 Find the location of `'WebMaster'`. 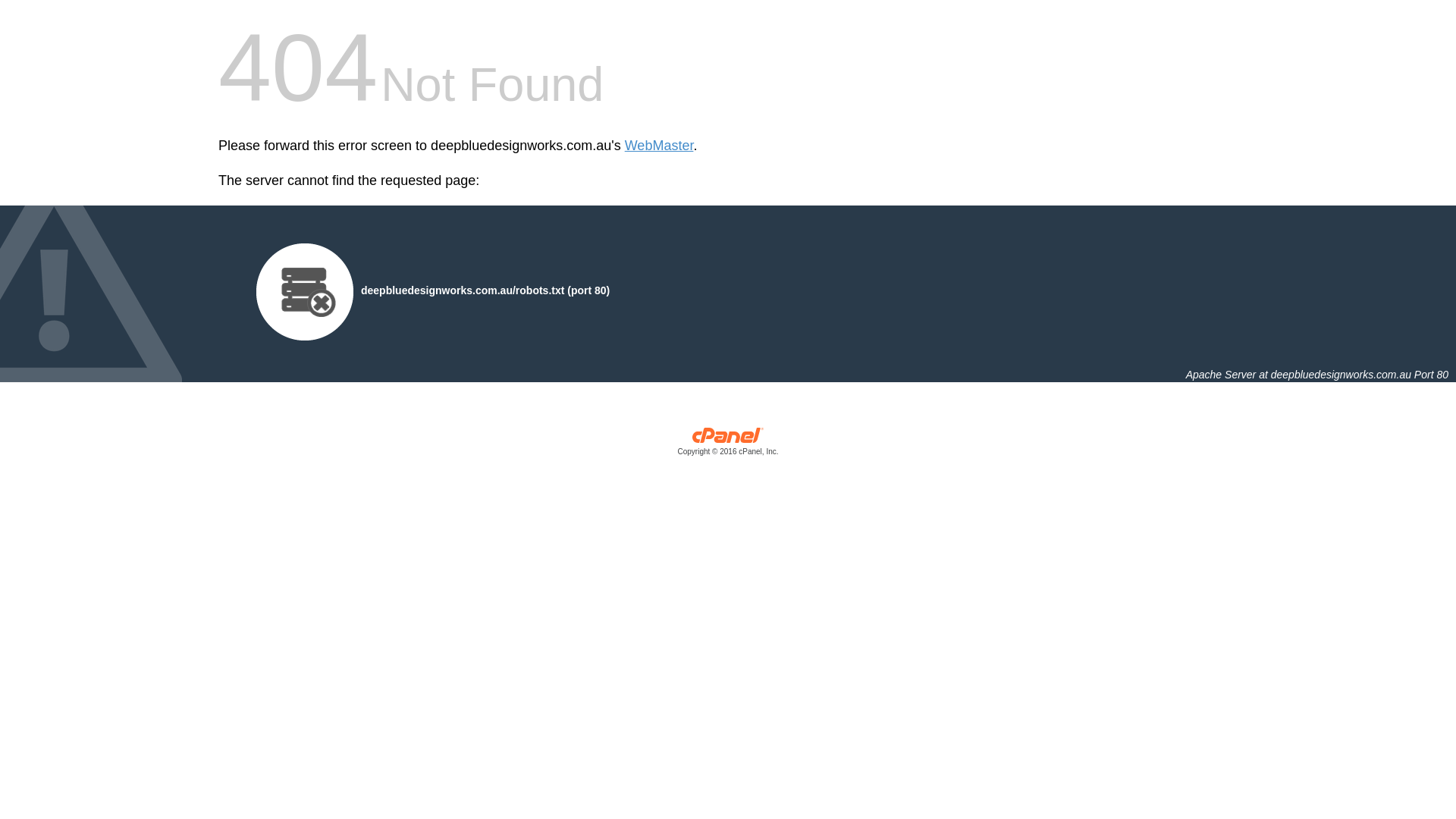

'WebMaster' is located at coordinates (659, 146).